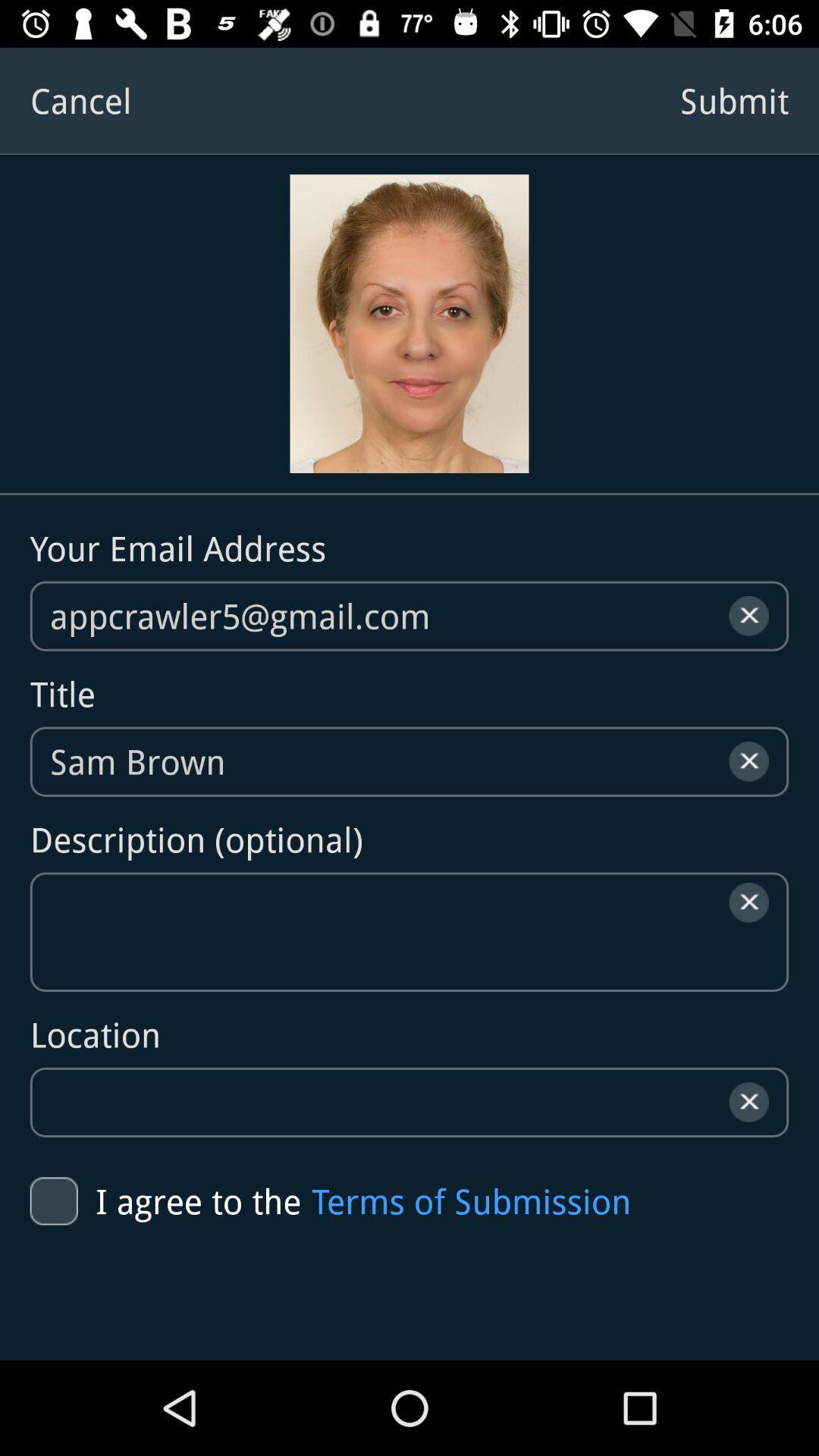 The width and height of the screenshot is (819, 1456). Describe the element at coordinates (748, 902) in the screenshot. I see `the close icon` at that location.